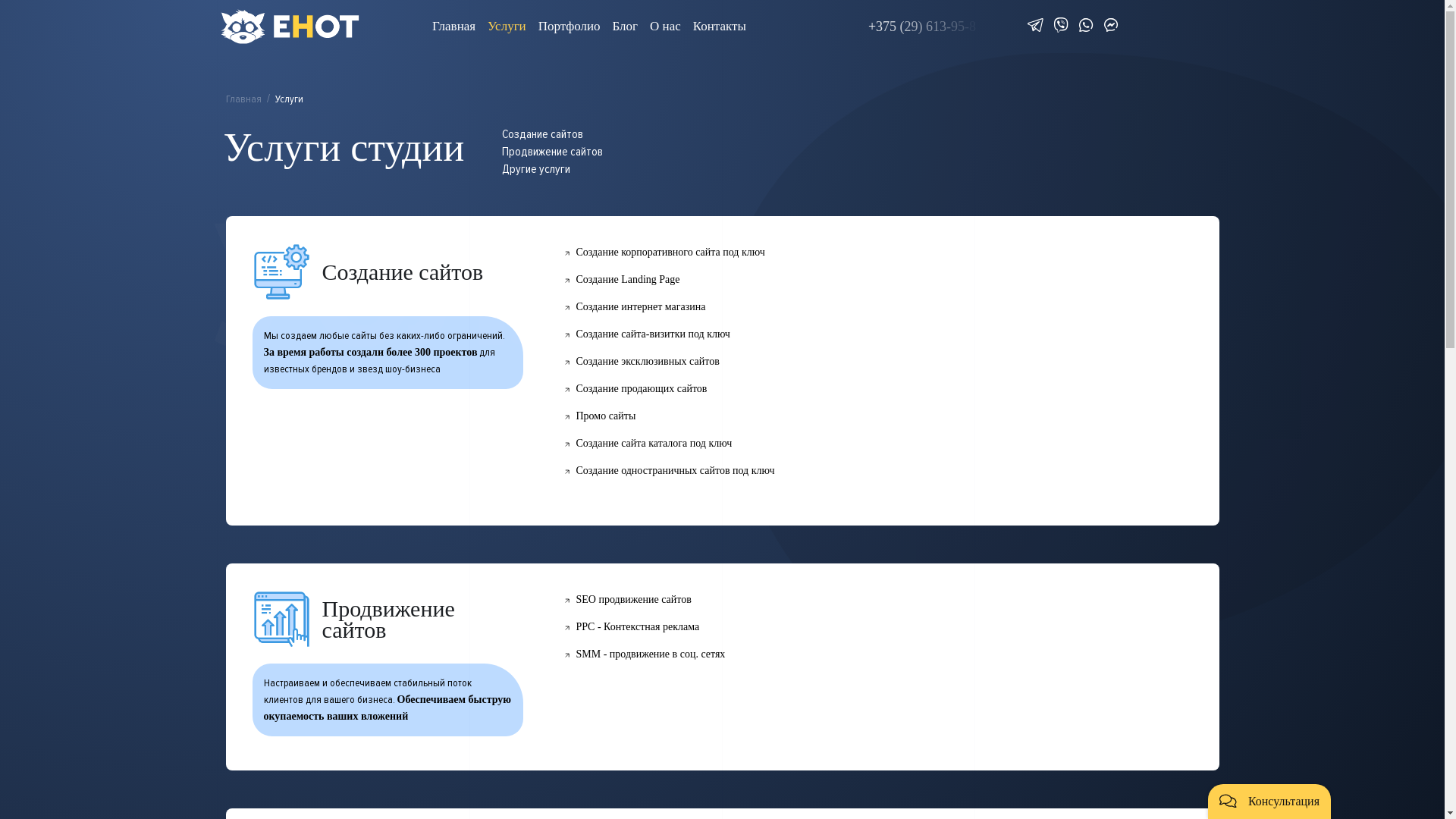 The width and height of the screenshot is (1456, 819). What do you see at coordinates (924, 27) in the screenshot?
I see `'+375 (29) 613-95-8'` at bounding box center [924, 27].